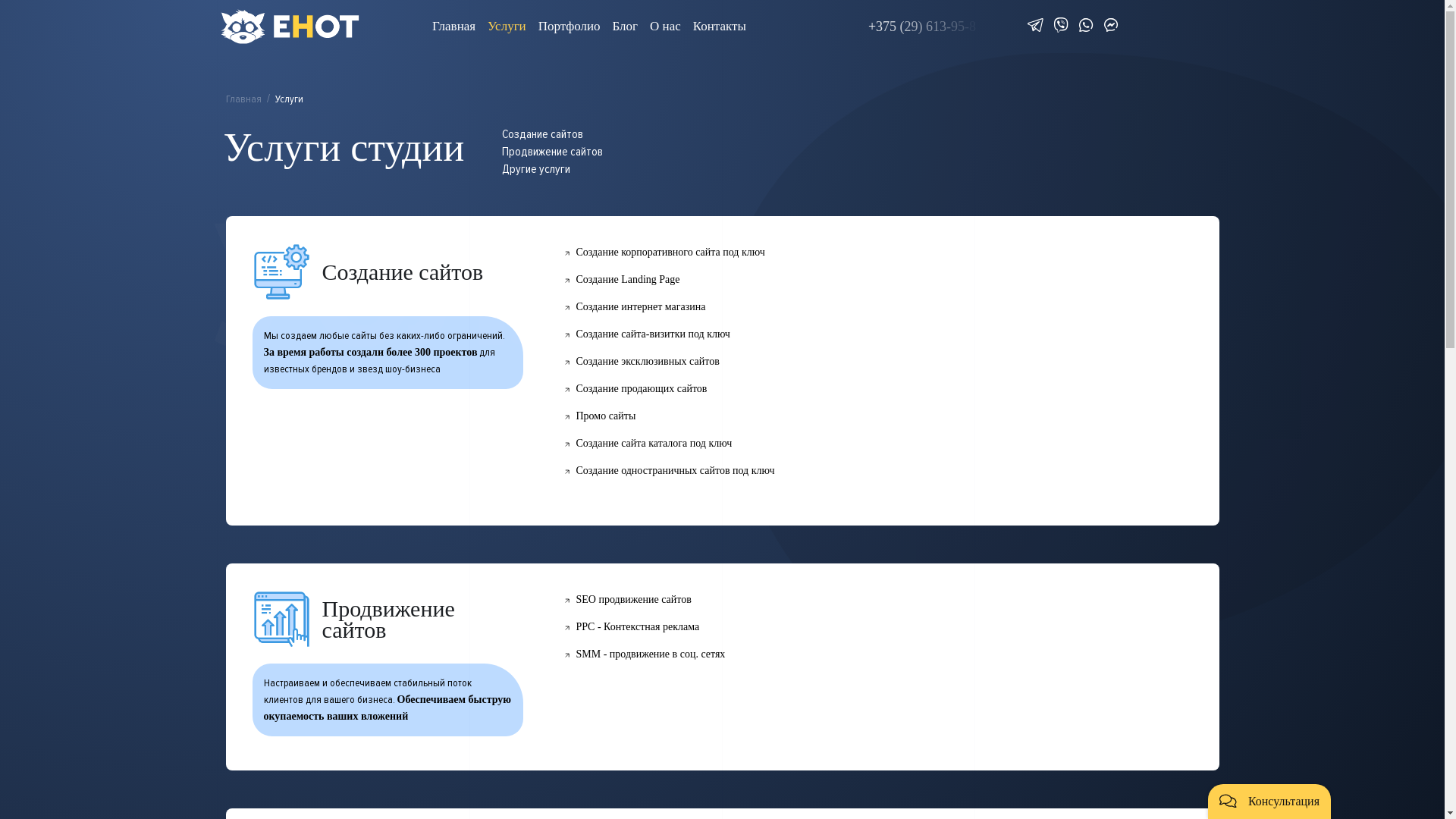 The width and height of the screenshot is (1456, 819). What do you see at coordinates (924, 27) in the screenshot?
I see `'+375 (29) 613-95-8'` at bounding box center [924, 27].